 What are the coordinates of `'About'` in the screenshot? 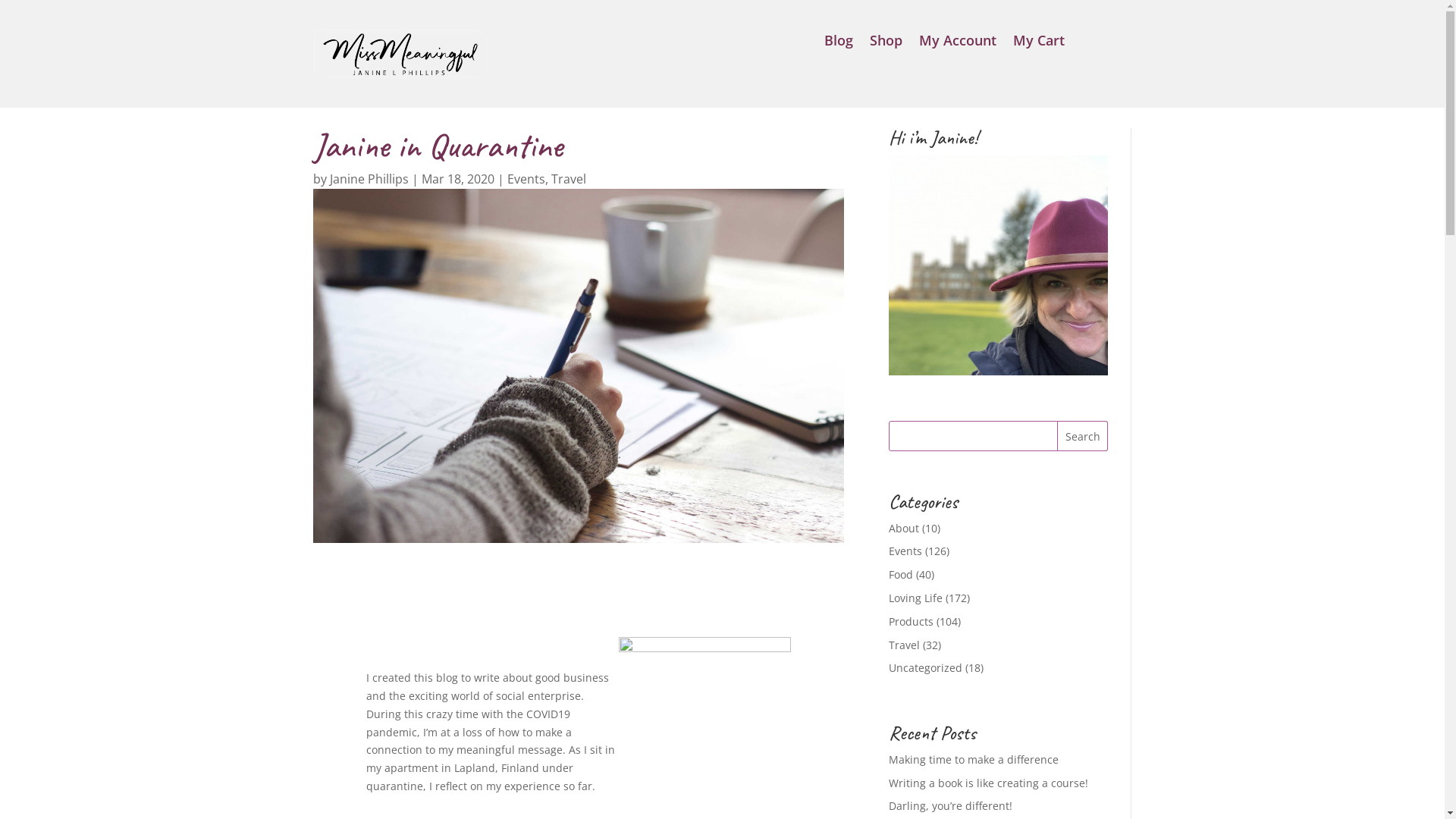 It's located at (903, 527).